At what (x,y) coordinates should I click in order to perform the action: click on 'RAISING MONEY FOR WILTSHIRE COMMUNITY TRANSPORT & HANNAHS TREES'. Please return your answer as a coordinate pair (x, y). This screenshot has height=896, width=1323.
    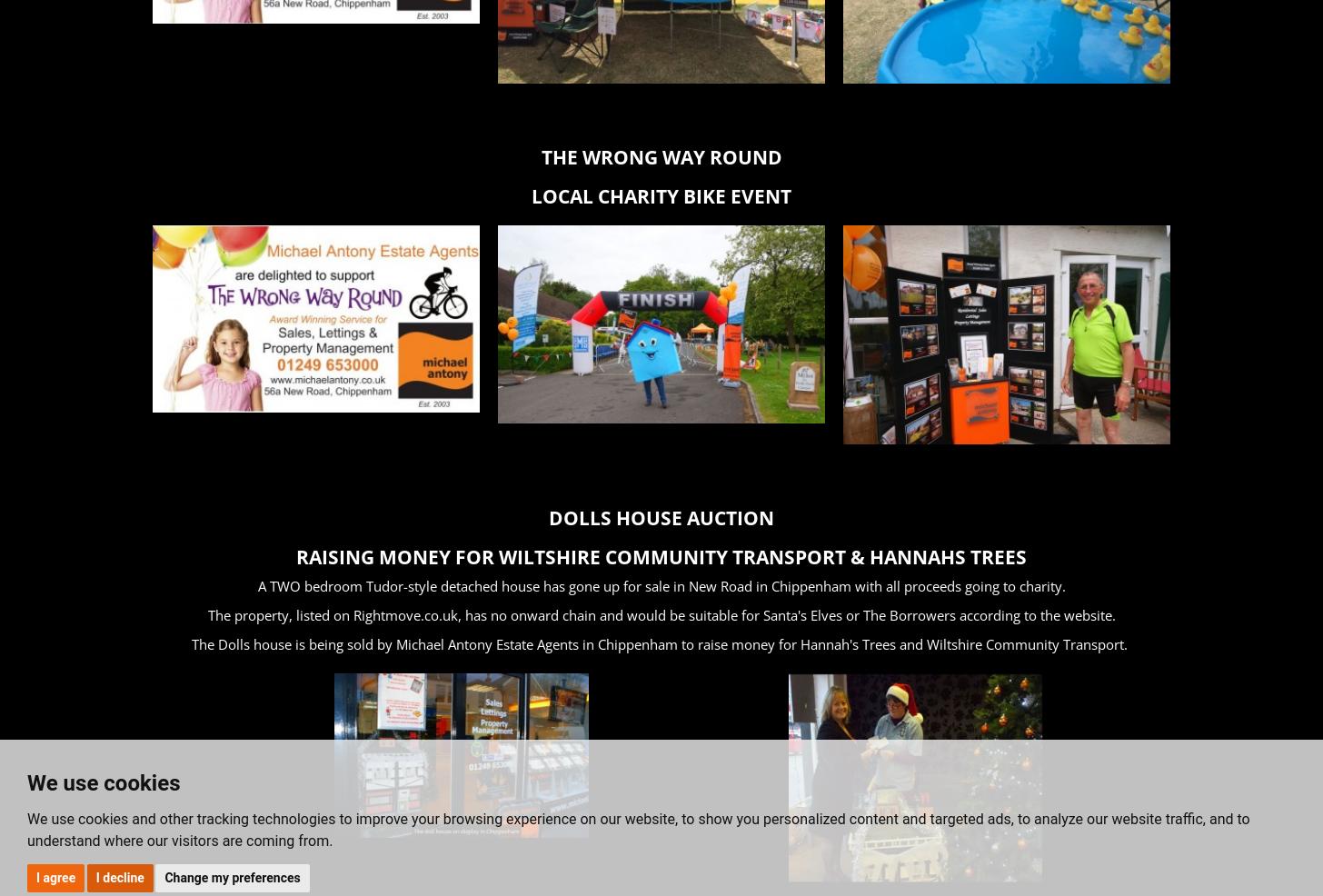
    Looking at the image, I should click on (661, 556).